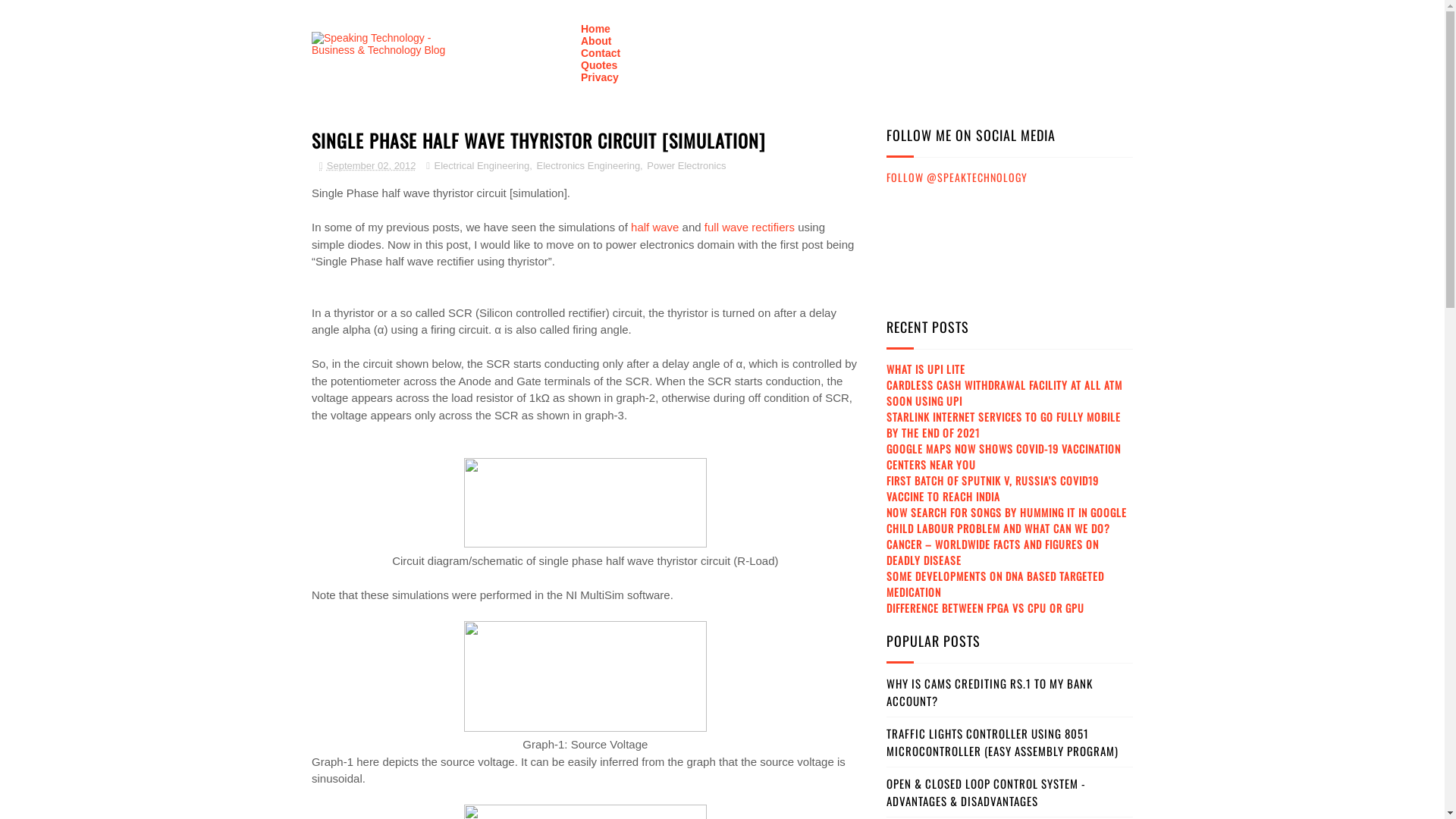  What do you see at coordinates (749, 227) in the screenshot?
I see `'full wave rectifiers'` at bounding box center [749, 227].